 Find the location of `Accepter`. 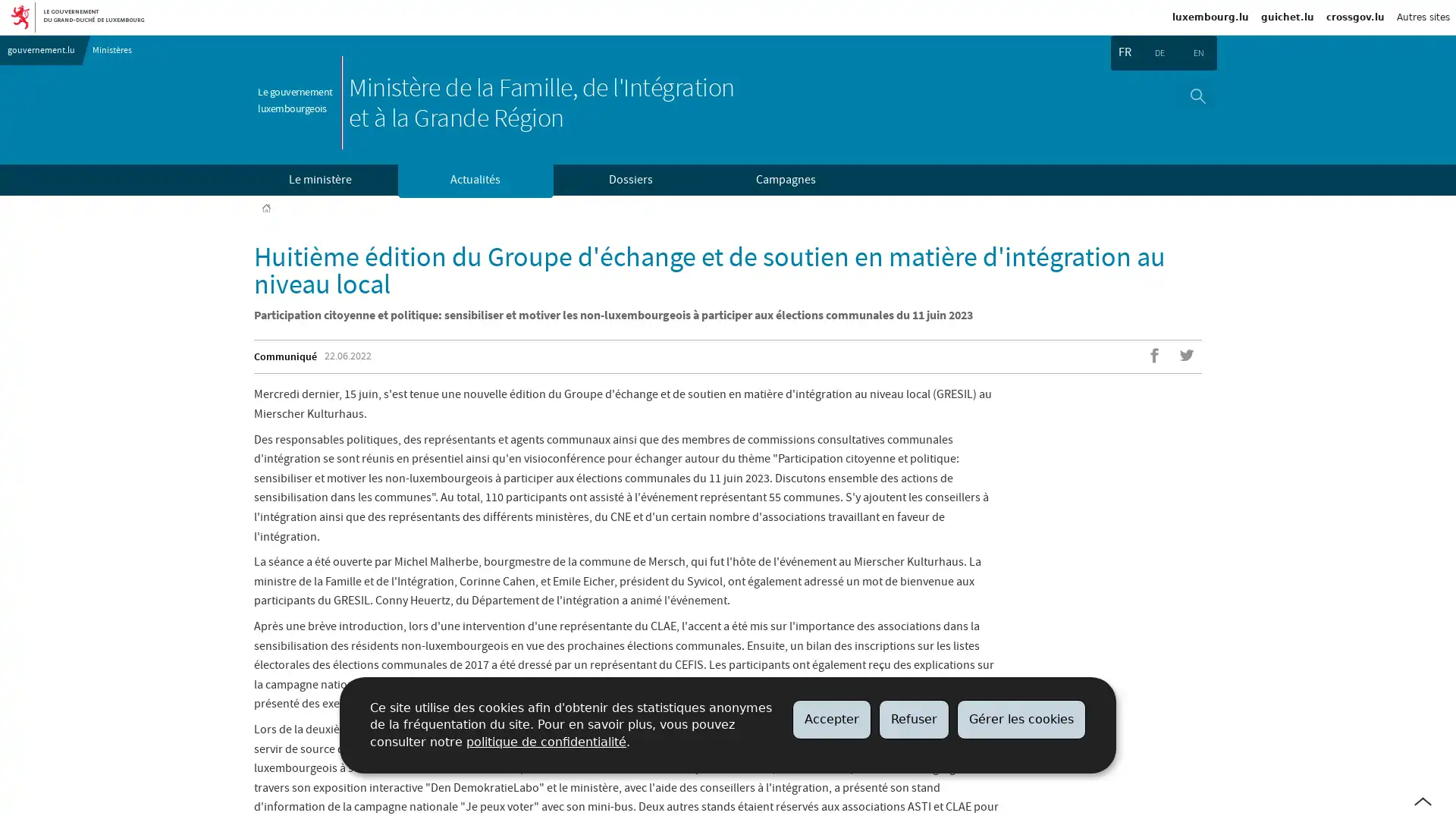

Accepter is located at coordinates (831, 718).